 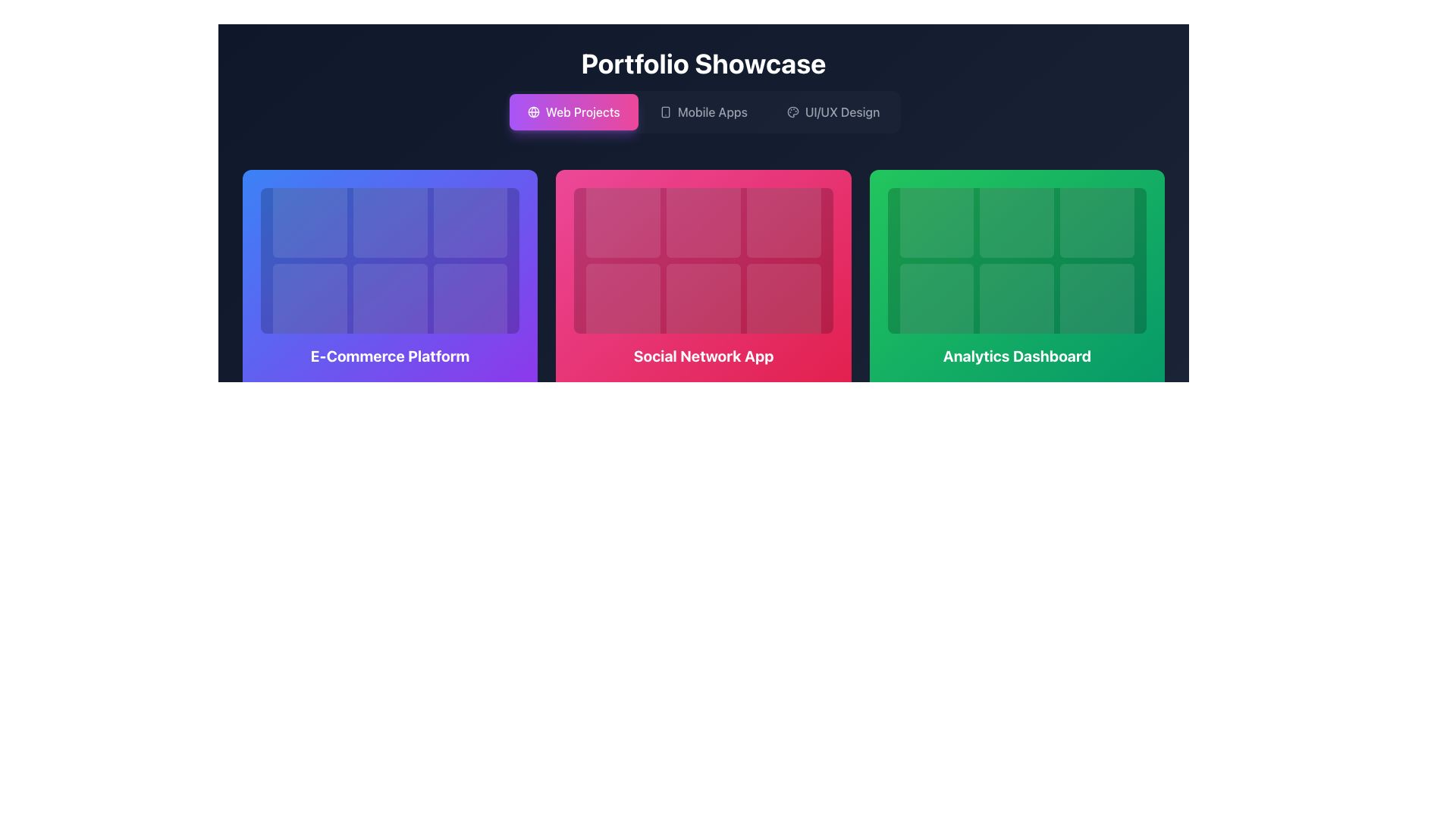 I want to click on the clickable card representing the 'Social Network App' project, located in the middle column of the grid layout, so click(x=702, y=294).